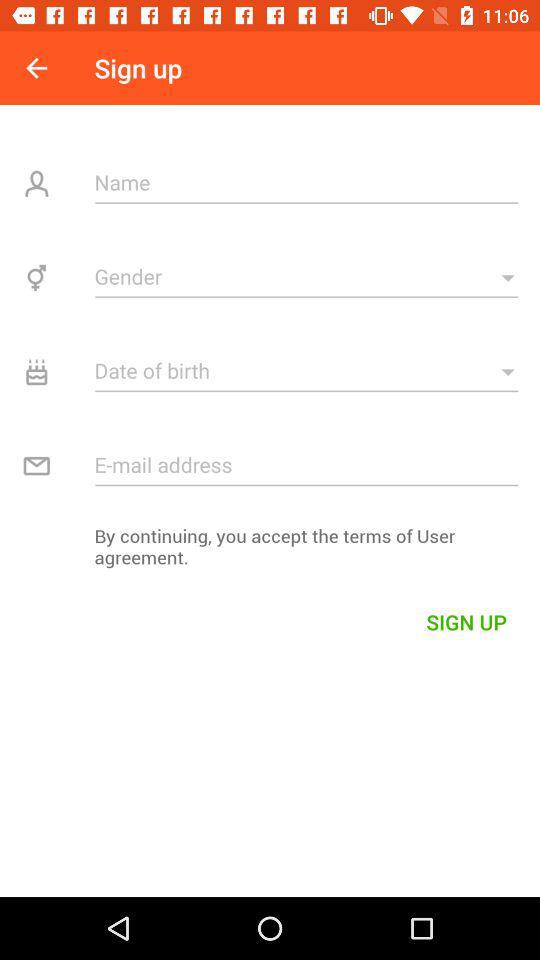 The image size is (540, 960). What do you see at coordinates (306, 182) in the screenshot?
I see `name entry field` at bounding box center [306, 182].